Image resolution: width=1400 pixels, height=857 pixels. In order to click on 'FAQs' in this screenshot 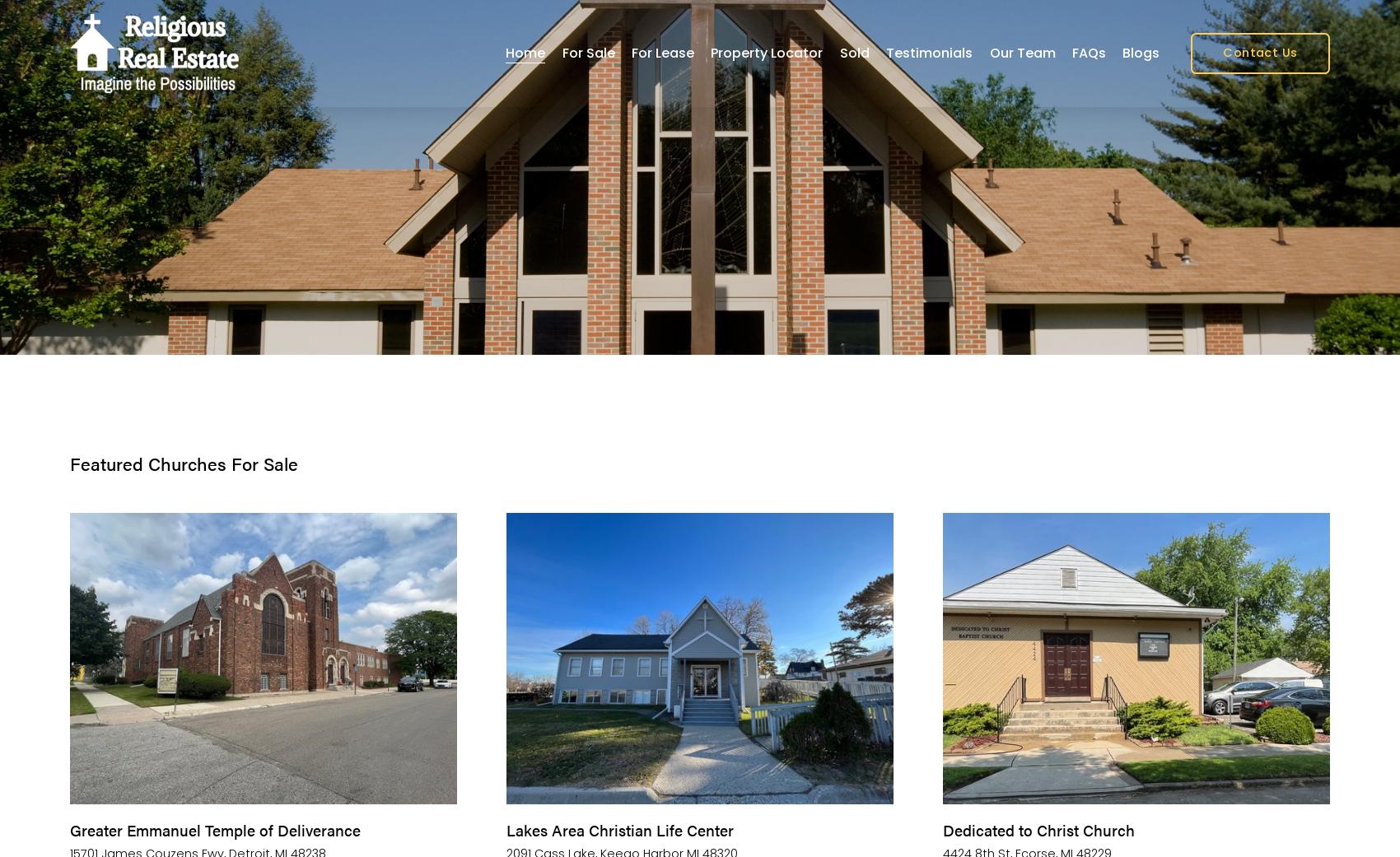, I will do `click(1089, 51)`.